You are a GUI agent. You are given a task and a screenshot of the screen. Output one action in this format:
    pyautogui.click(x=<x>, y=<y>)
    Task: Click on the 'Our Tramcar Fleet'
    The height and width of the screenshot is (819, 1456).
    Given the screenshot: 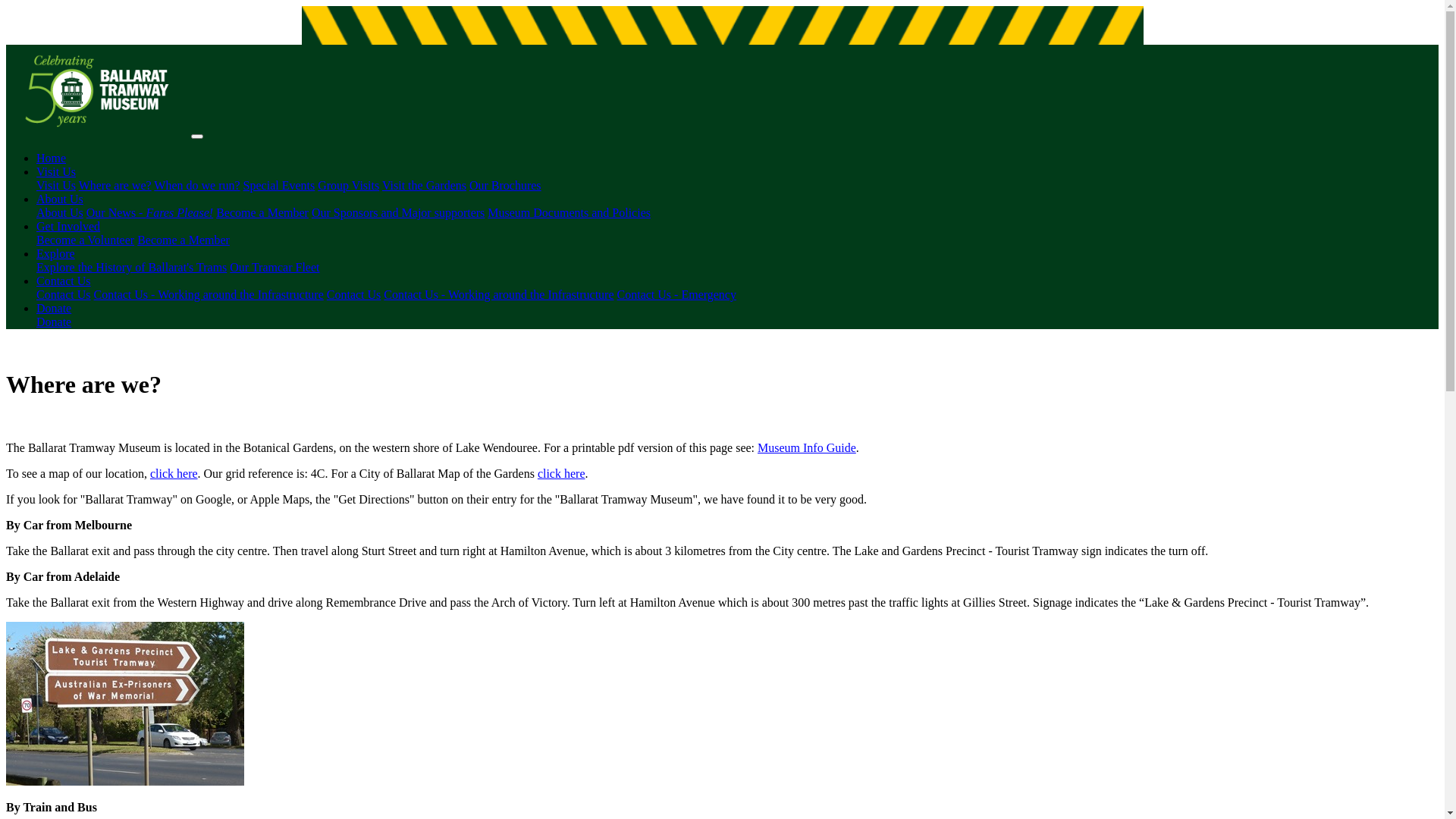 What is the action you would take?
    pyautogui.click(x=274, y=266)
    